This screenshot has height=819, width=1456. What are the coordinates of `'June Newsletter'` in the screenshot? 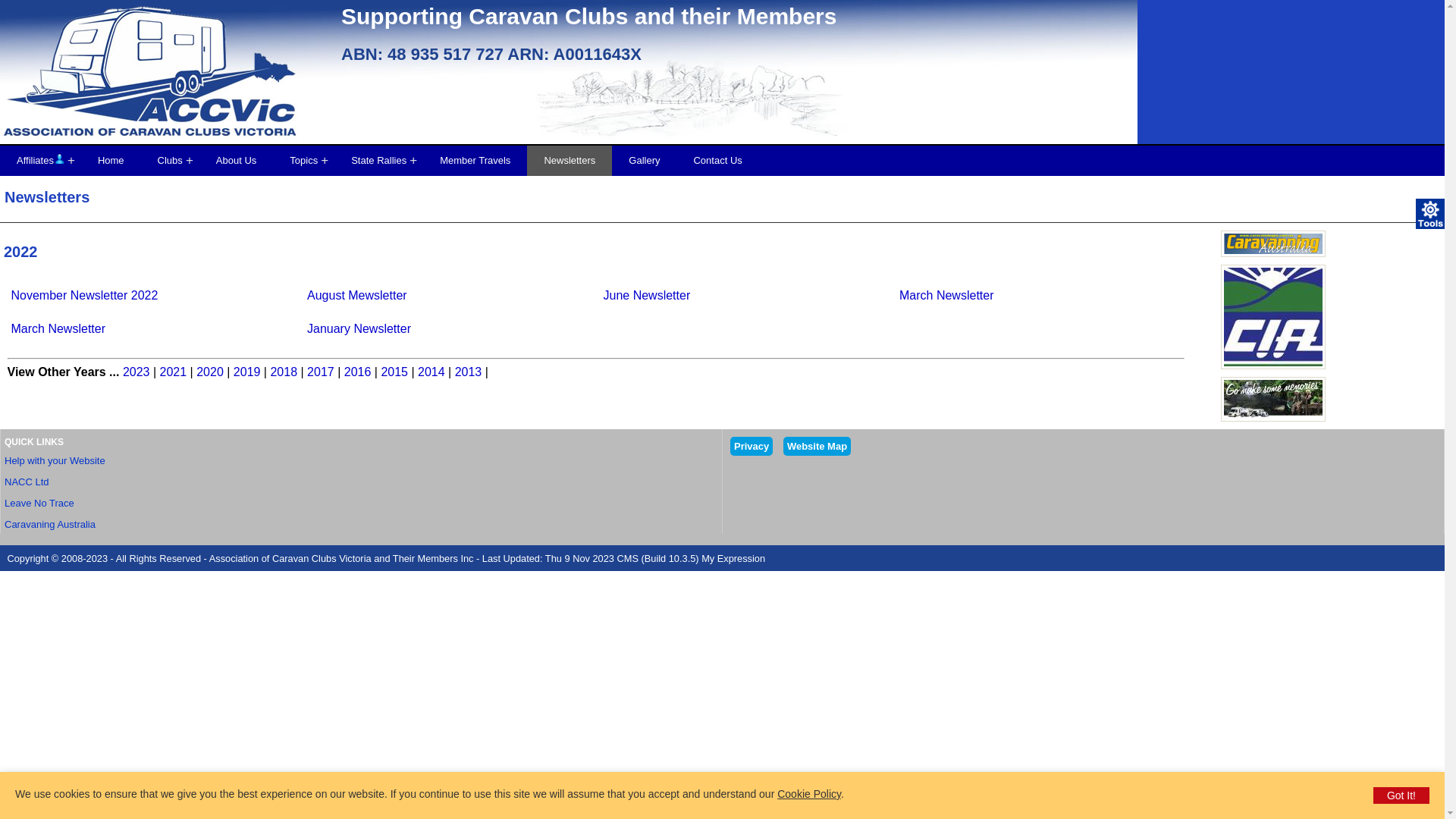 It's located at (647, 295).